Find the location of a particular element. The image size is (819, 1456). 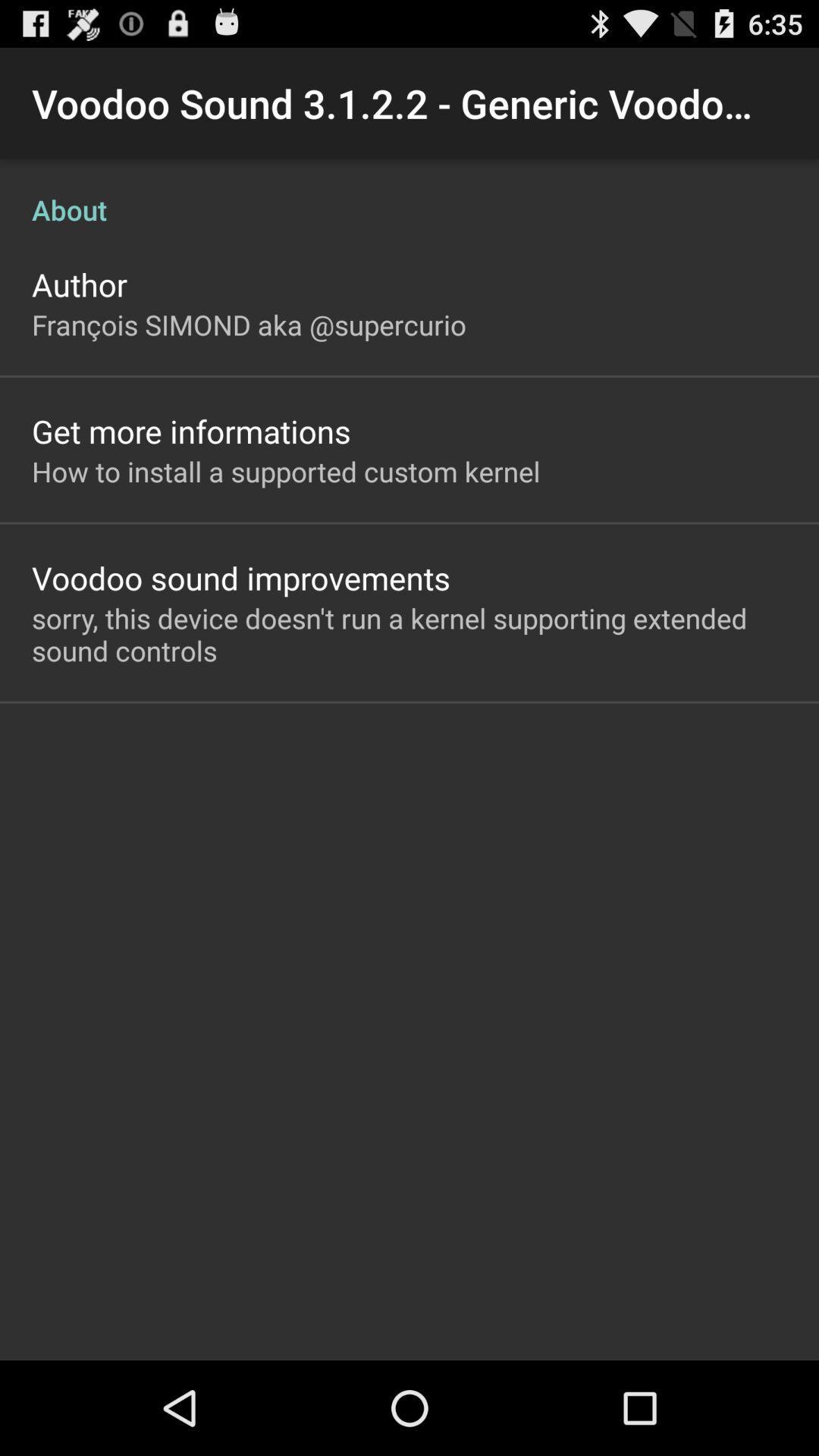

the icon at the center is located at coordinates (409, 634).